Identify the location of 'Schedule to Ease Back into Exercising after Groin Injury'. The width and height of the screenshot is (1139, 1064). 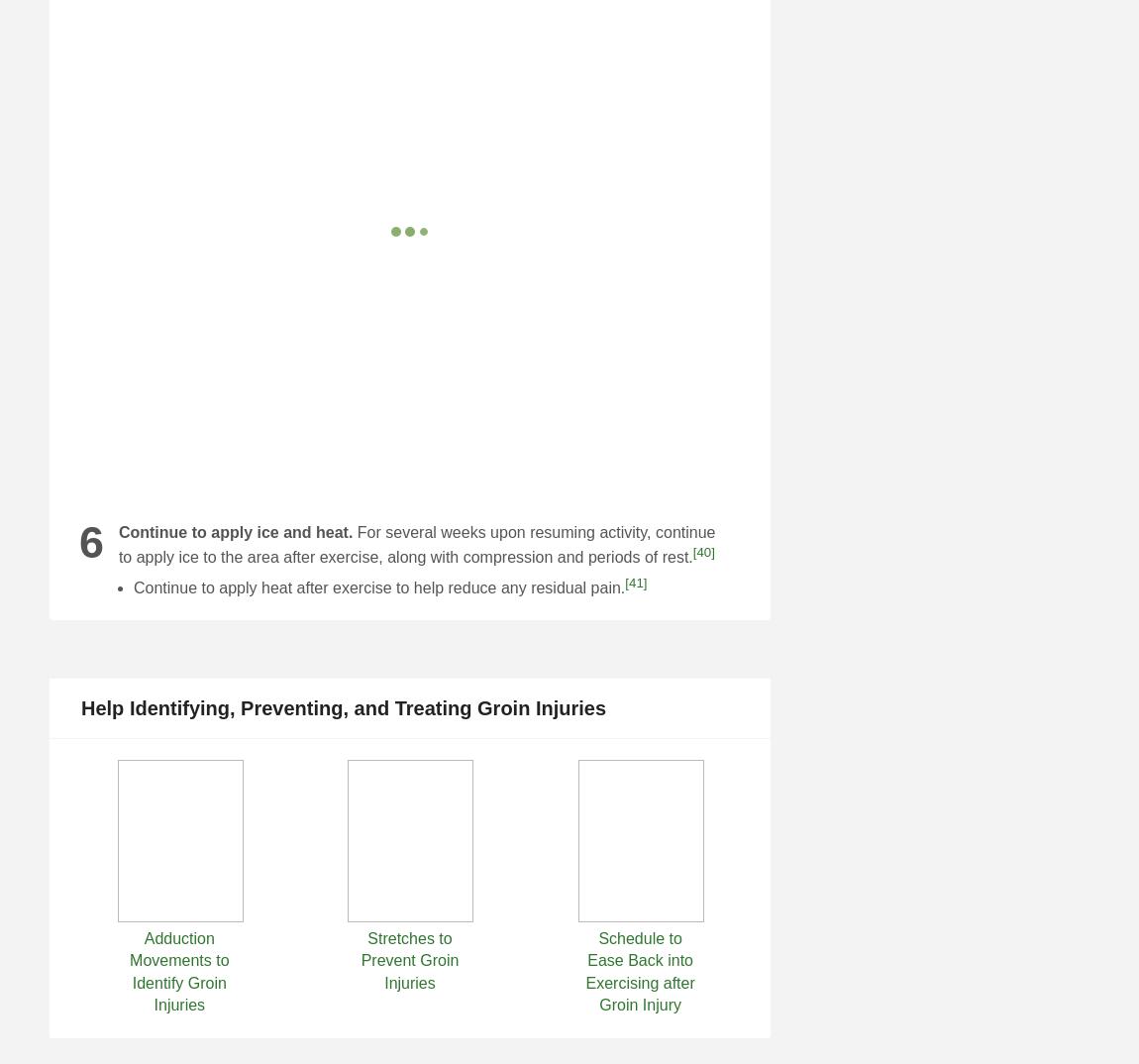
(583, 970).